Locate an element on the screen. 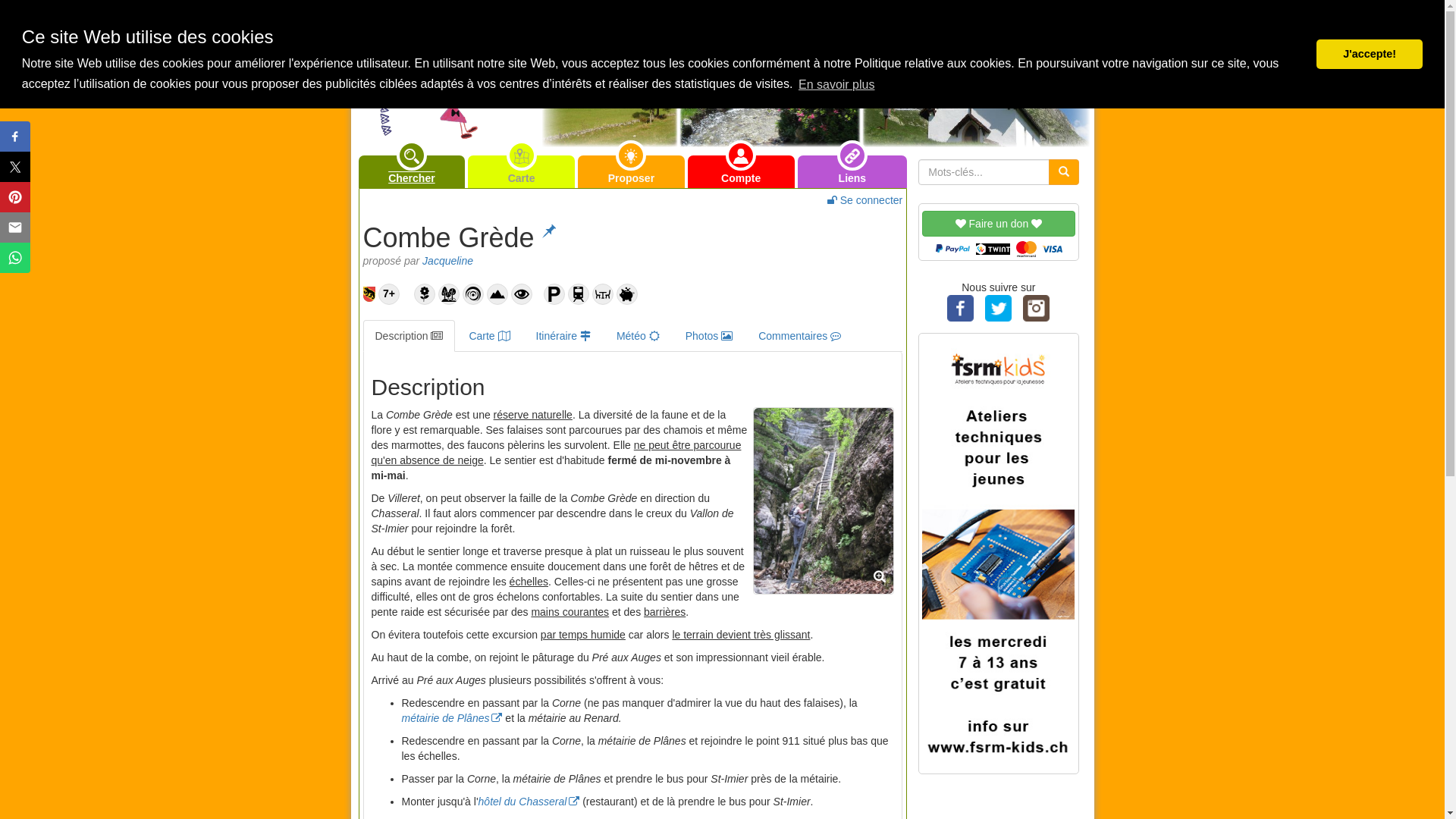 This screenshot has height=819, width=1456. 'Description' is located at coordinates (408, 335).